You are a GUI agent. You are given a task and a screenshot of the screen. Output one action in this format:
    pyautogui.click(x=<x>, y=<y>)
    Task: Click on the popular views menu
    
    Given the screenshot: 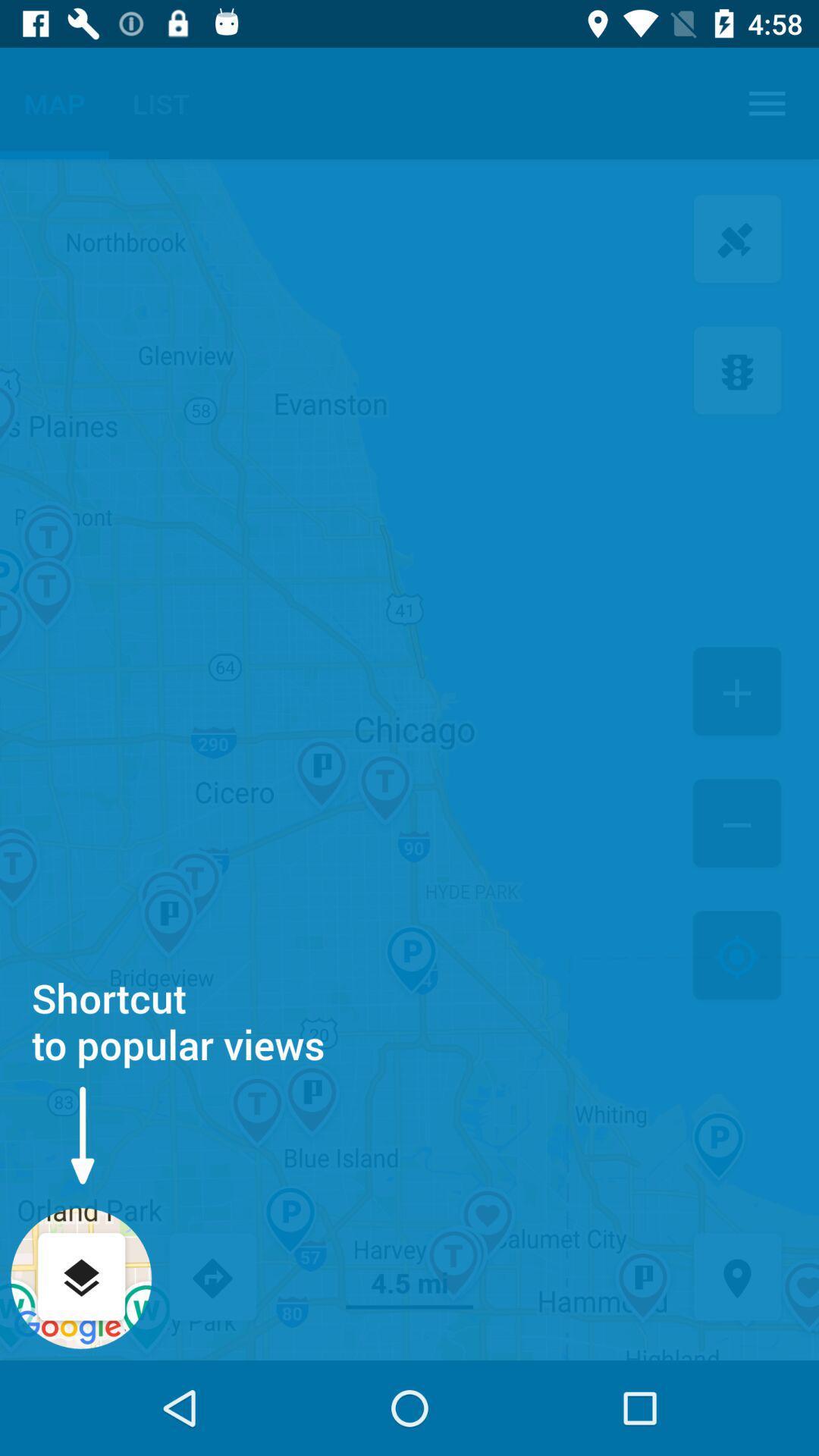 What is the action you would take?
    pyautogui.click(x=81, y=1278)
    